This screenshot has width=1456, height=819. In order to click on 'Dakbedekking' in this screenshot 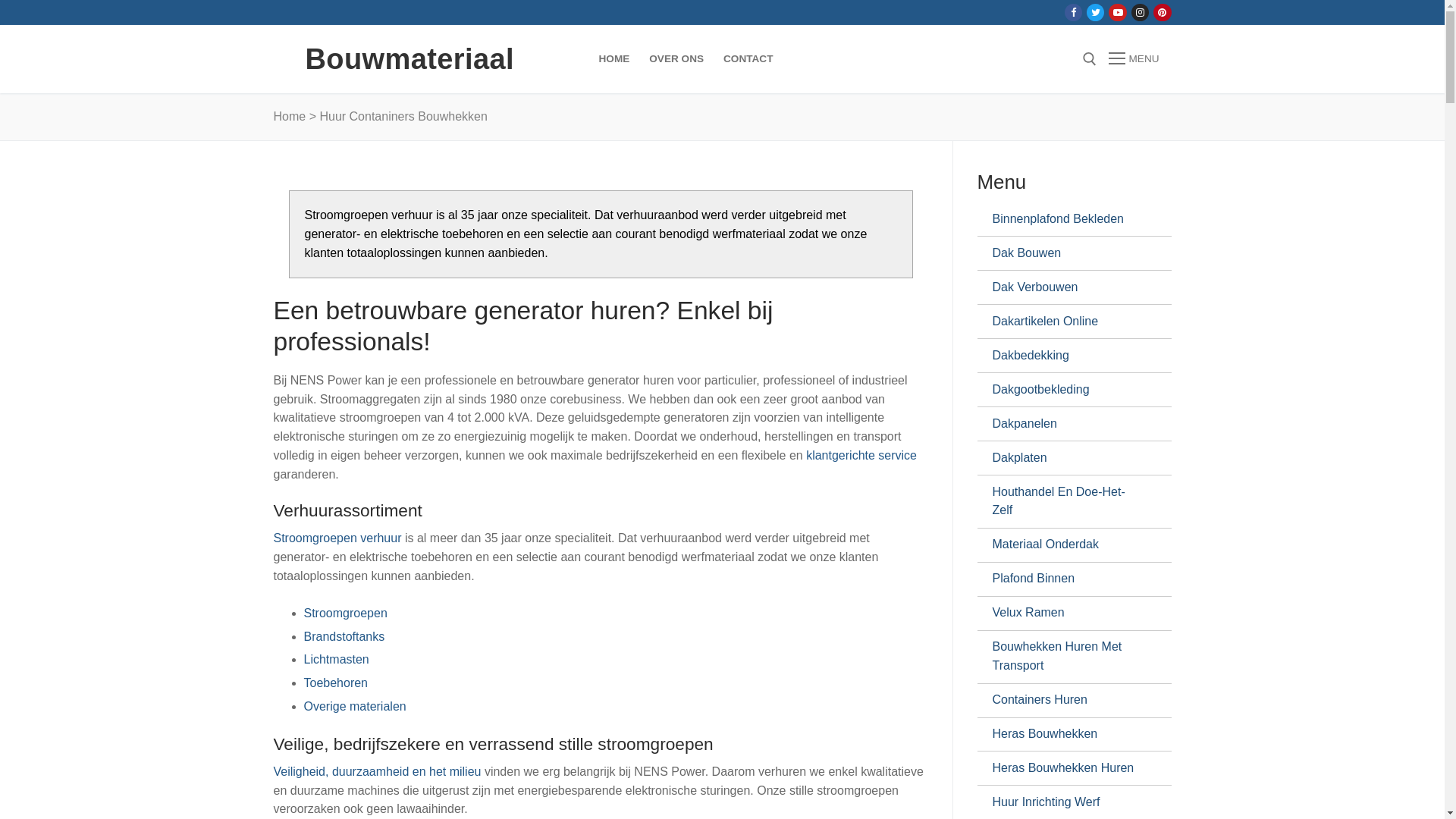, I will do `click(992, 356)`.